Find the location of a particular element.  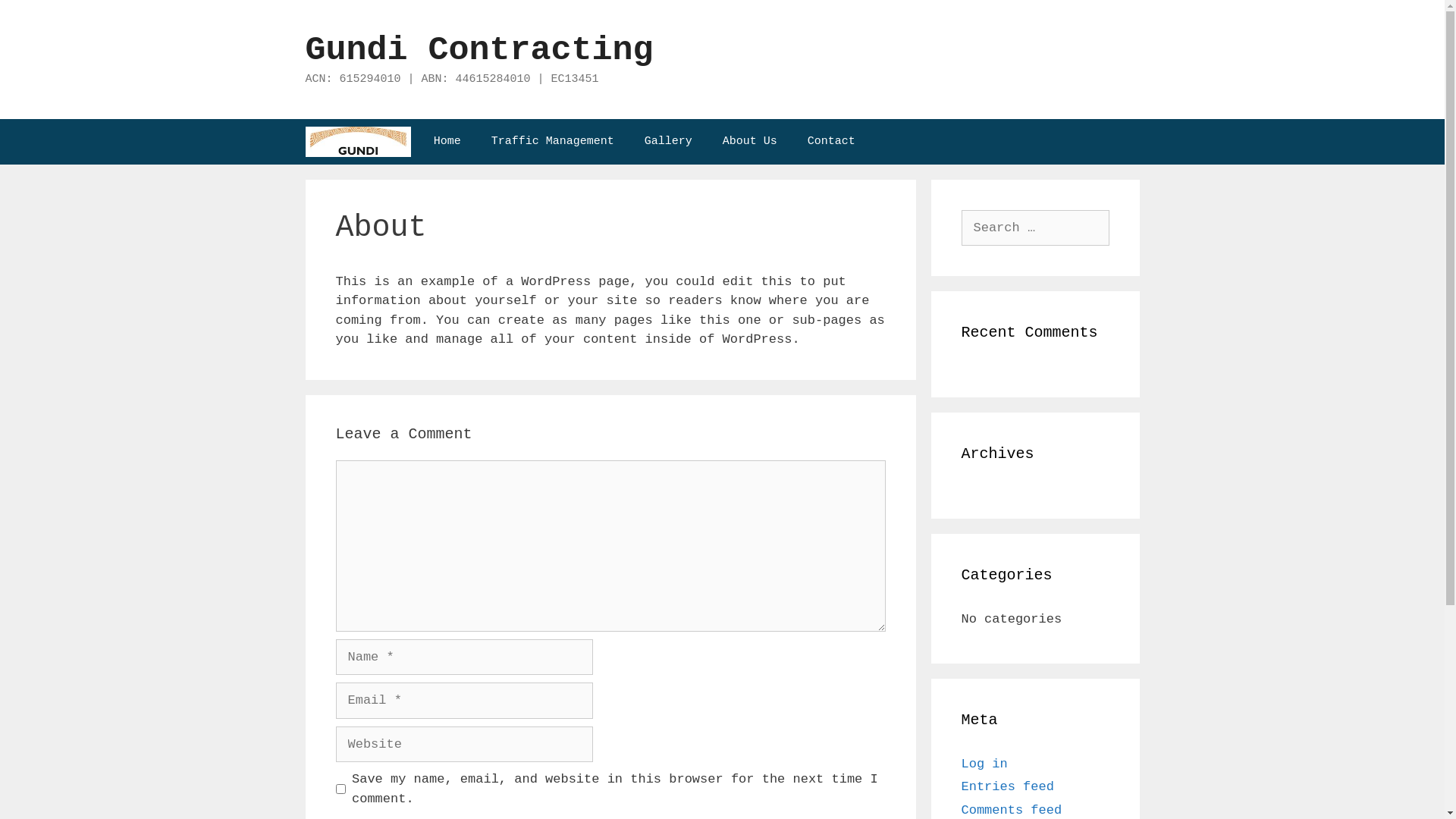

'Gallery' is located at coordinates (629, 140).